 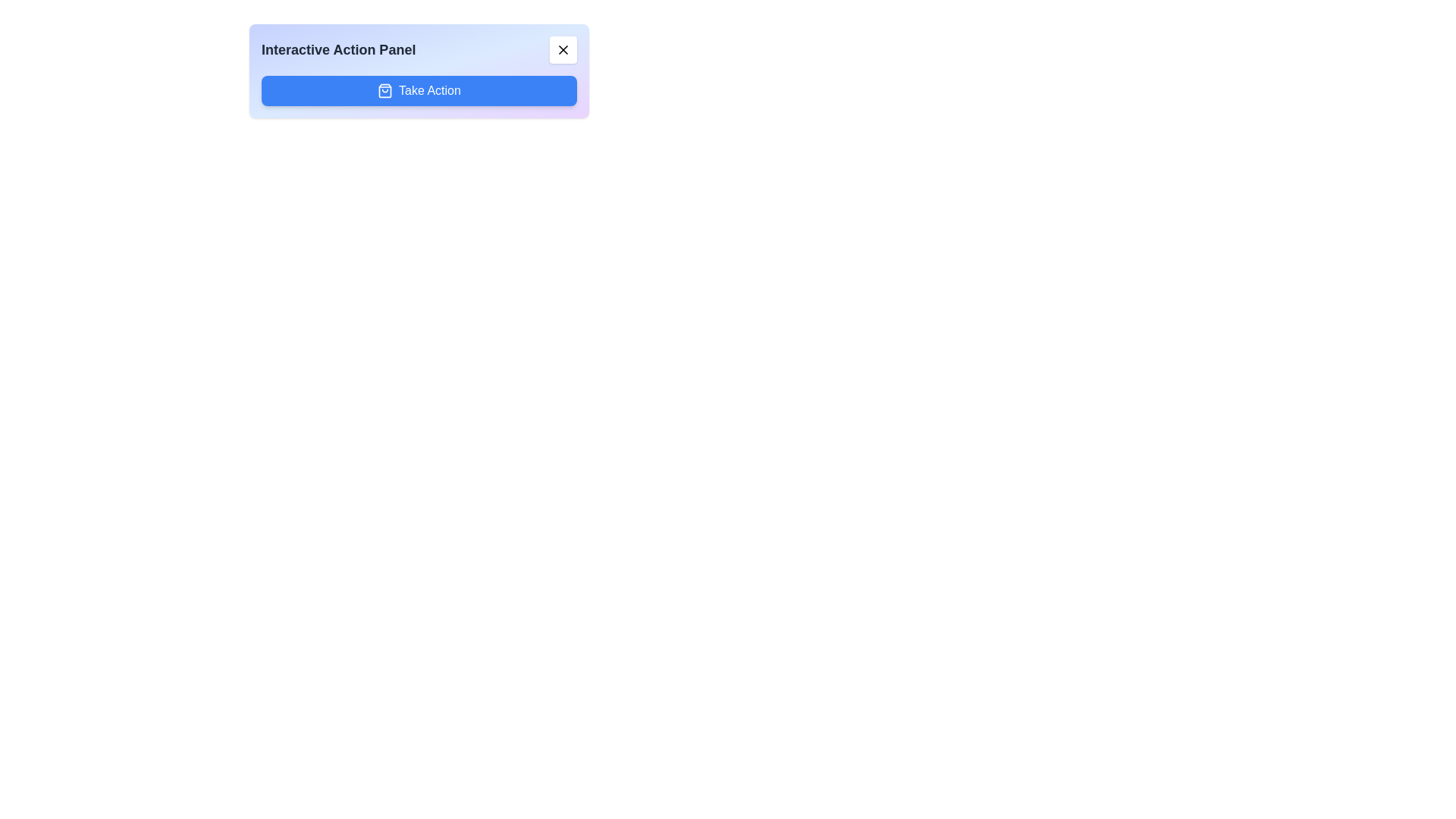 I want to click on the prominently styled blue button labeled 'Take Action' with a shopping bag icon on the left, located centrally within the 'Interactive Action Panel', so click(x=419, y=90).